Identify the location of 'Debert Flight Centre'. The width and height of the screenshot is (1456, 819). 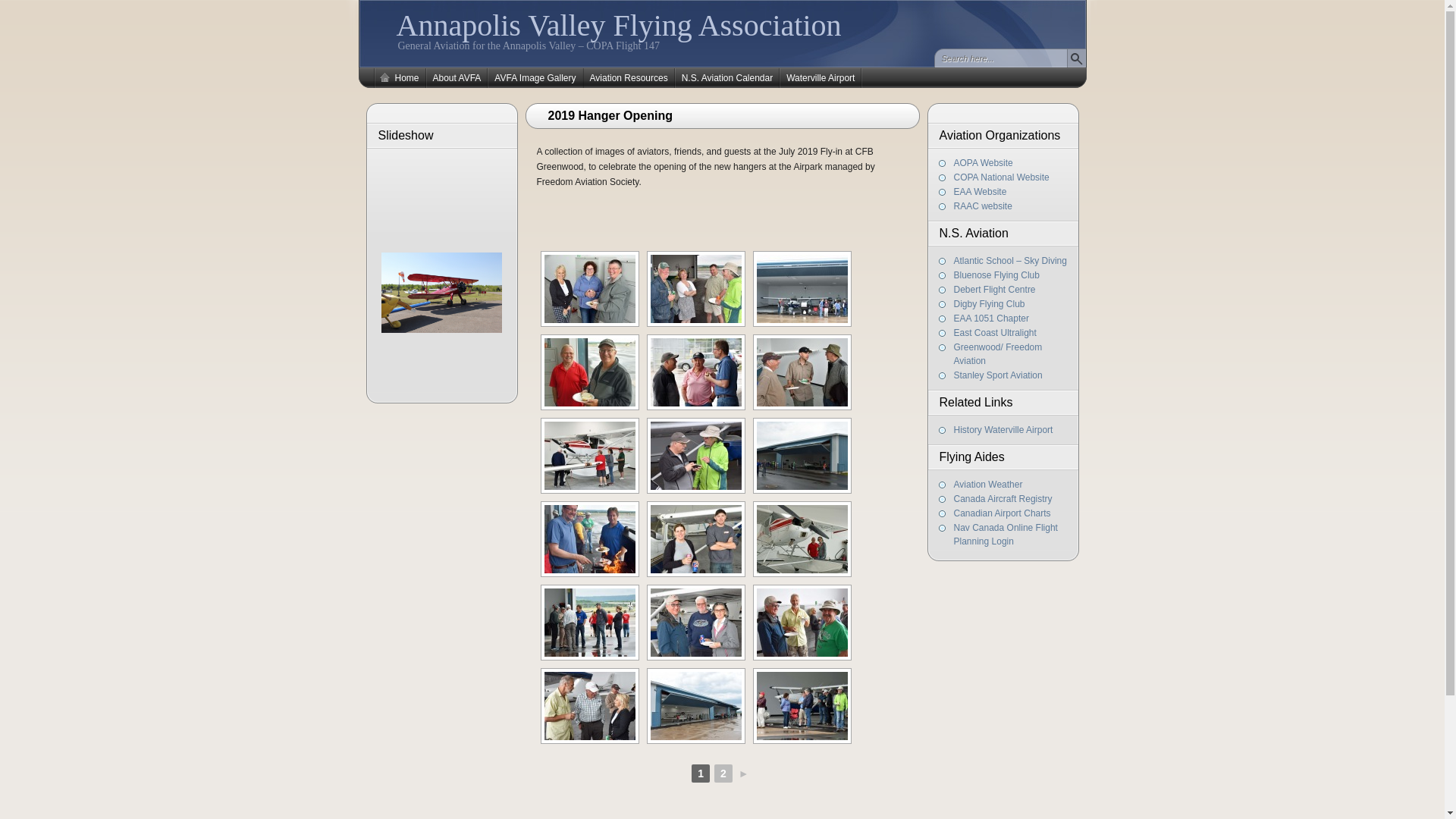
(952, 289).